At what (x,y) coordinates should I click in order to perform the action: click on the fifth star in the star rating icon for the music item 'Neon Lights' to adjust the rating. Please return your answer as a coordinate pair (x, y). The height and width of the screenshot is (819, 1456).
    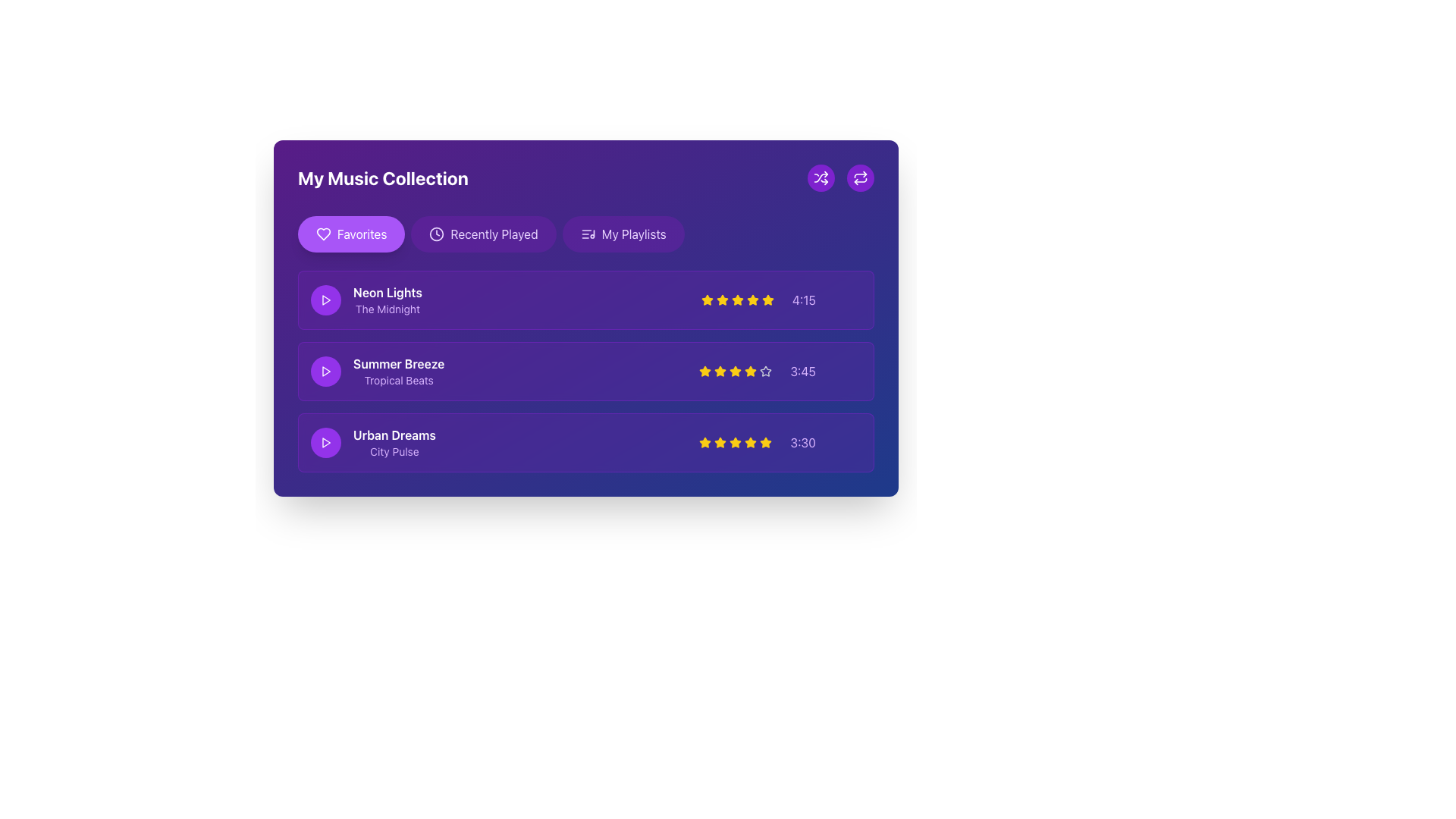
    Looking at the image, I should click on (737, 300).